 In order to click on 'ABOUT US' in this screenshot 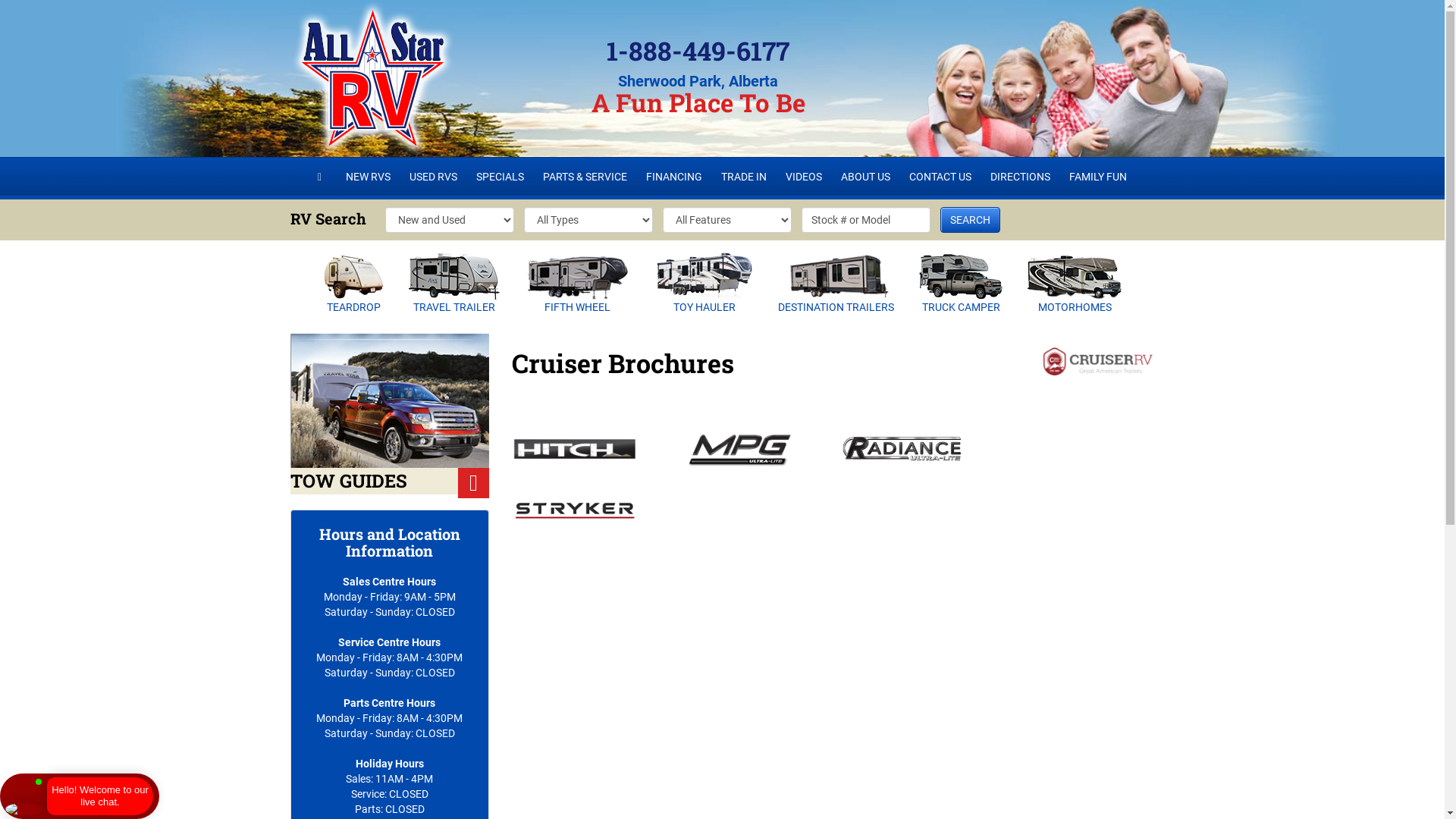, I will do `click(865, 175)`.